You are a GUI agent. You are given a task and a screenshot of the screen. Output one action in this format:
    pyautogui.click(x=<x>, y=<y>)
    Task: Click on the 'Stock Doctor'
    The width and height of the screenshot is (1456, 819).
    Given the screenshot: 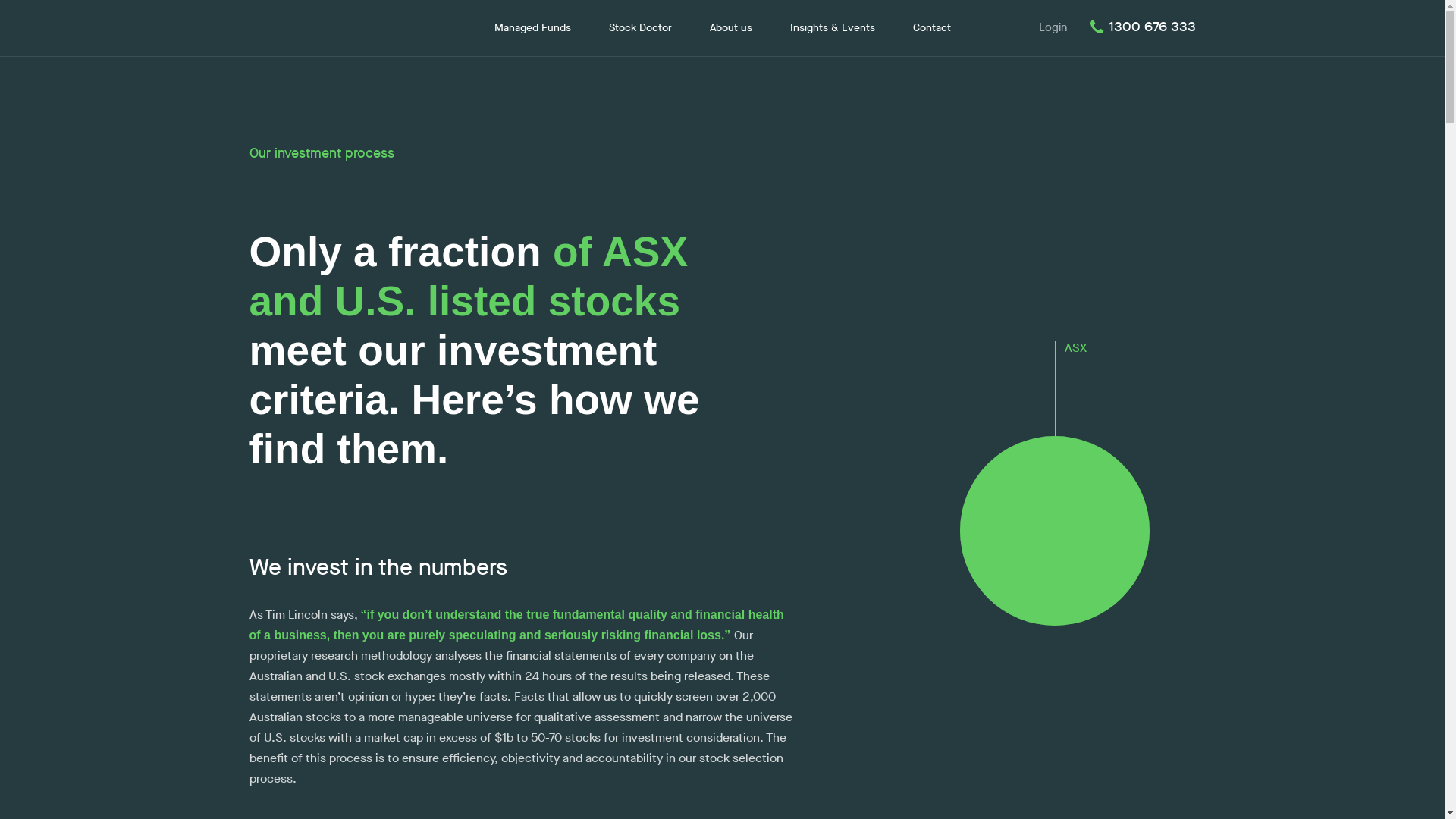 What is the action you would take?
    pyautogui.click(x=639, y=28)
    